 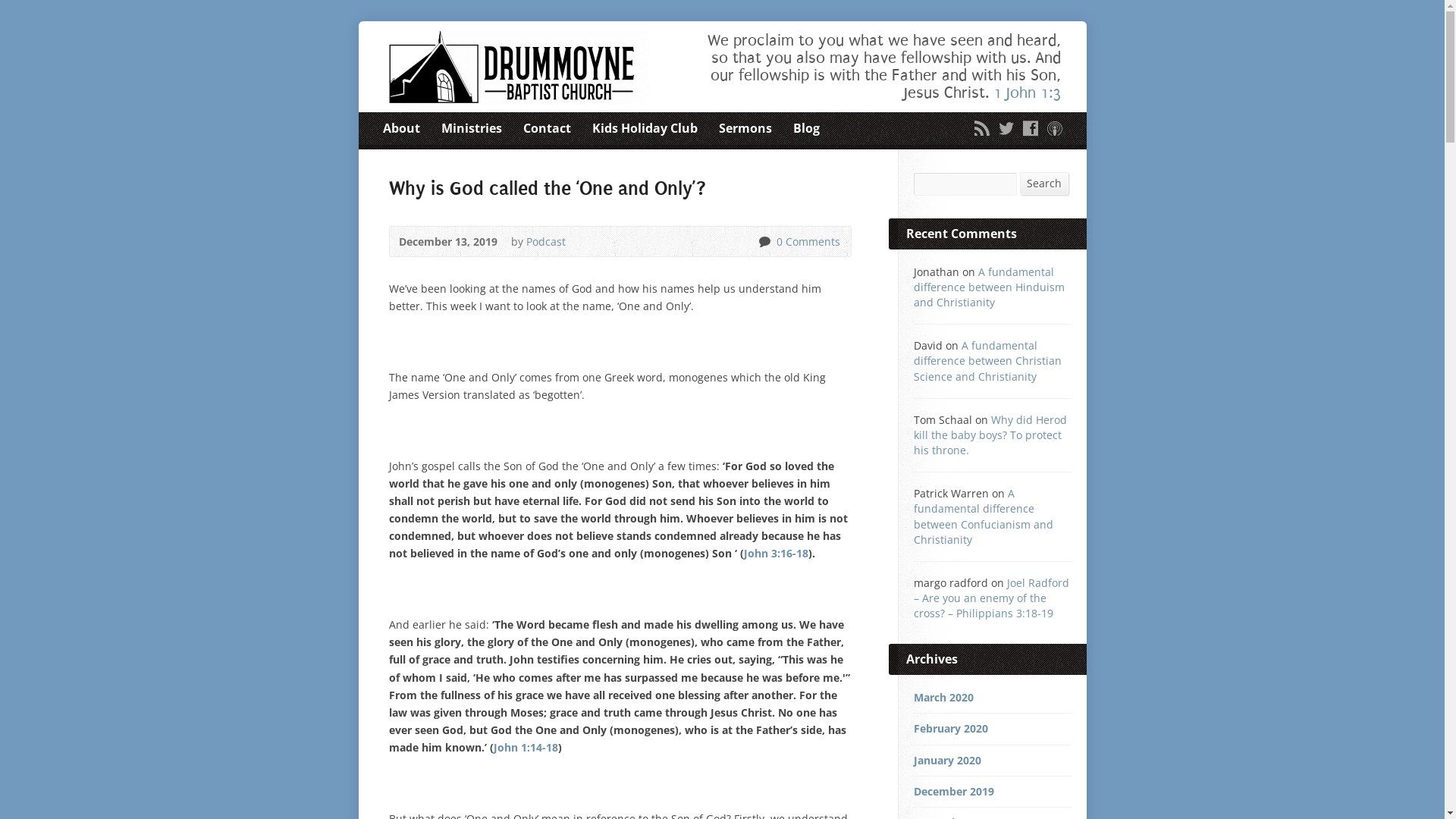 I want to click on 'Ministries', so click(x=440, y=127).